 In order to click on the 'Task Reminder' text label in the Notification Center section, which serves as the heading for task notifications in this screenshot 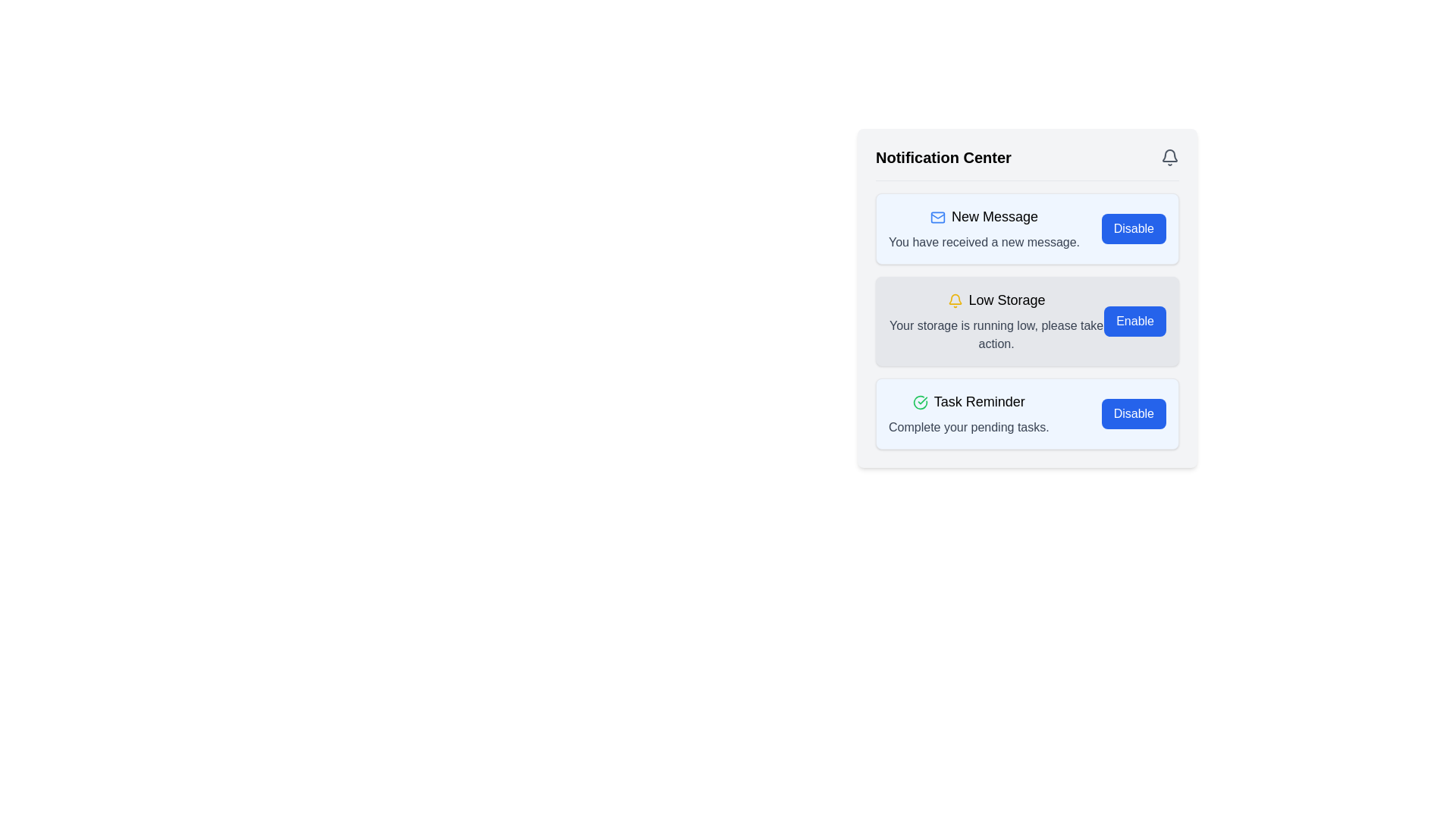, I will do `click(968, 400)`.